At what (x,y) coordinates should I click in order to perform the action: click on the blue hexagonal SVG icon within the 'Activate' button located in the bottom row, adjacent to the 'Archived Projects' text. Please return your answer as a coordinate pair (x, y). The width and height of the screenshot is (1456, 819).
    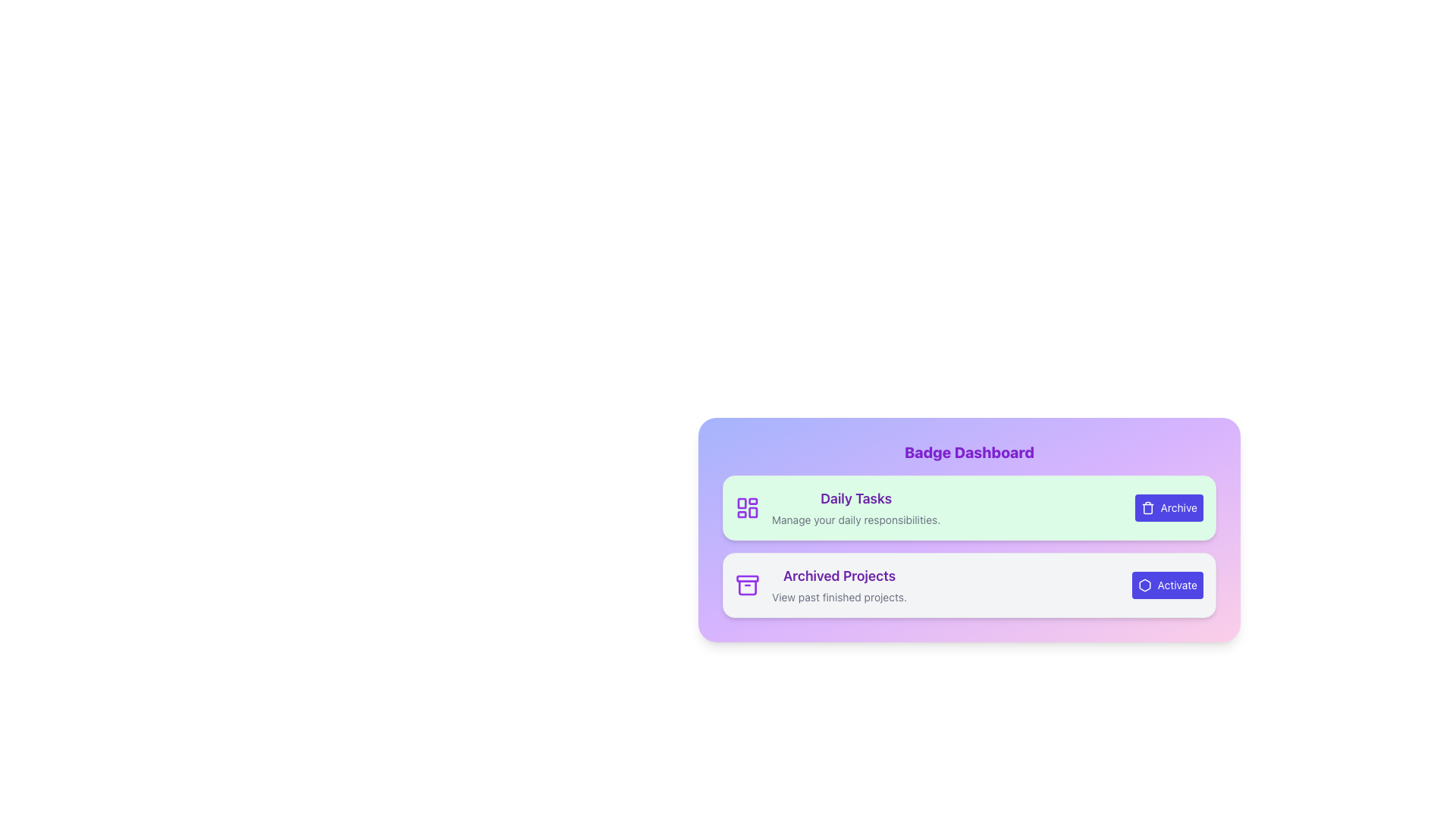
    Looking at the image, I should click on (1144, 584).